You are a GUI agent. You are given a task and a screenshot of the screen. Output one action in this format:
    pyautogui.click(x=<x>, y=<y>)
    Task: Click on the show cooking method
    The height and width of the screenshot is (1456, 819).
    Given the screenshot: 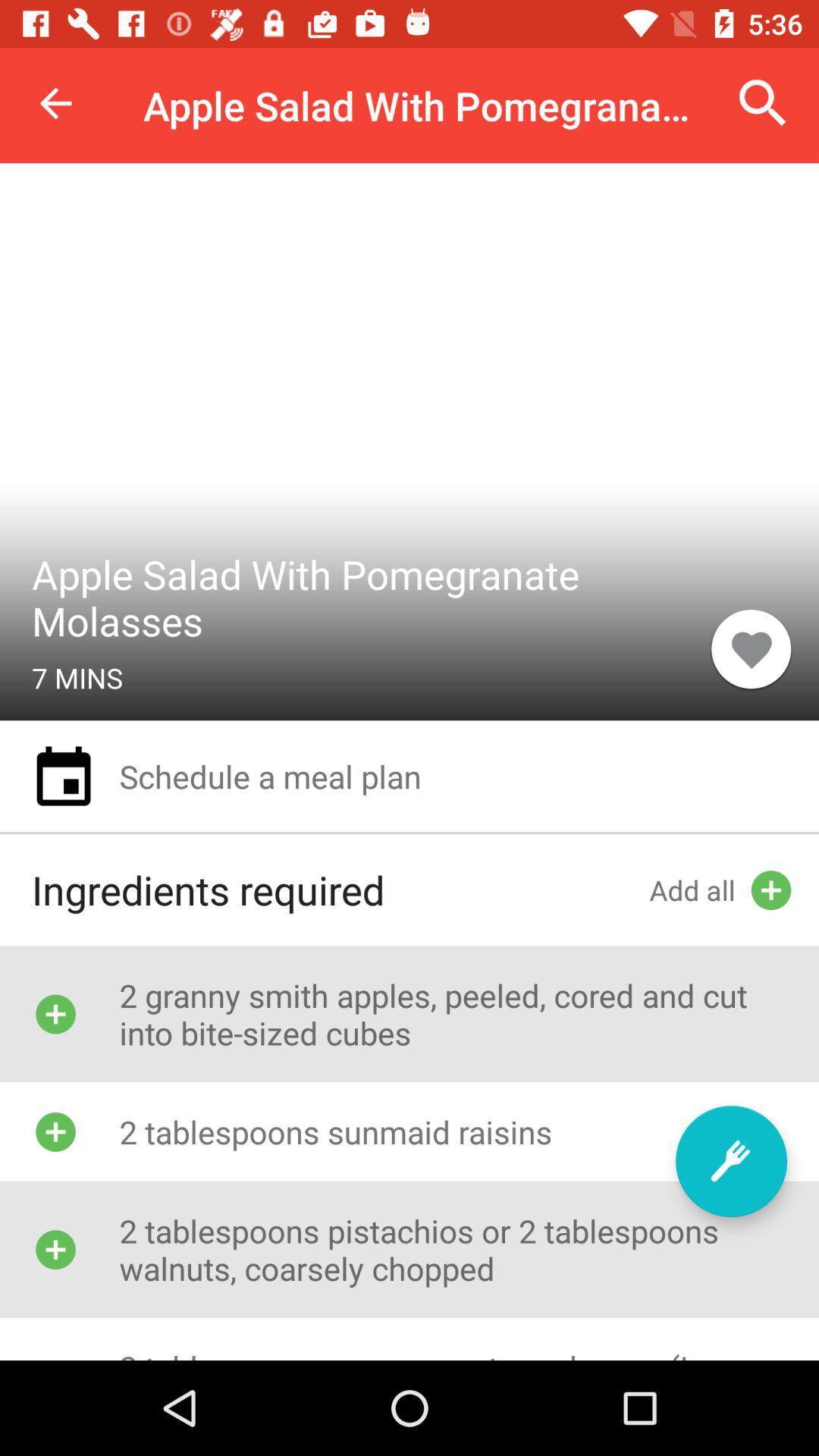 What is the action you would take?
    pyautogui.click(x=730, y=1160)
    